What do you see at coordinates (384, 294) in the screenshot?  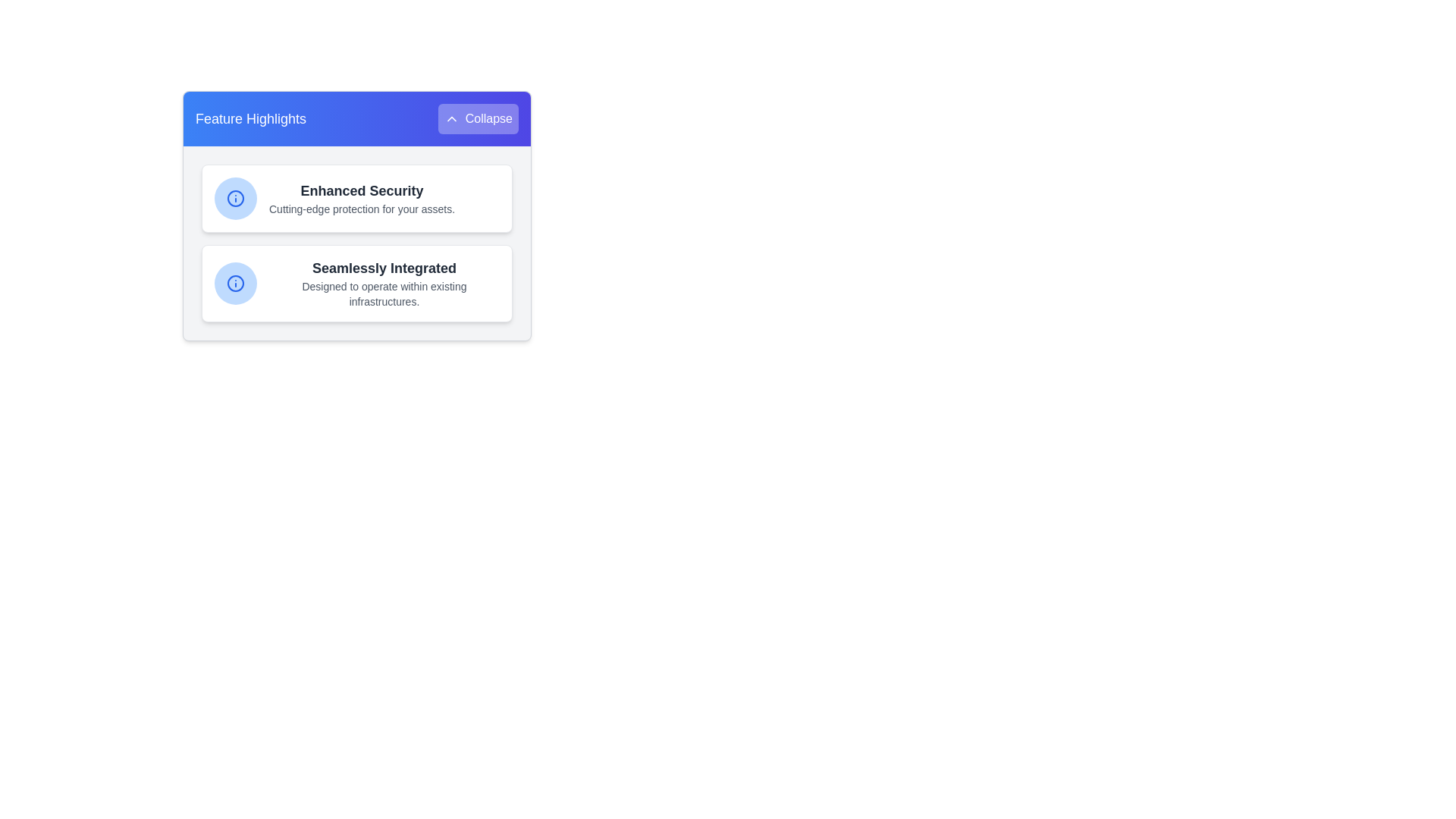 I see `the text element that provides additional information about the feature labeled 'Seamlessly Integrated', located directly below the title text within the second feature panel` at bounding box center [384, 294].